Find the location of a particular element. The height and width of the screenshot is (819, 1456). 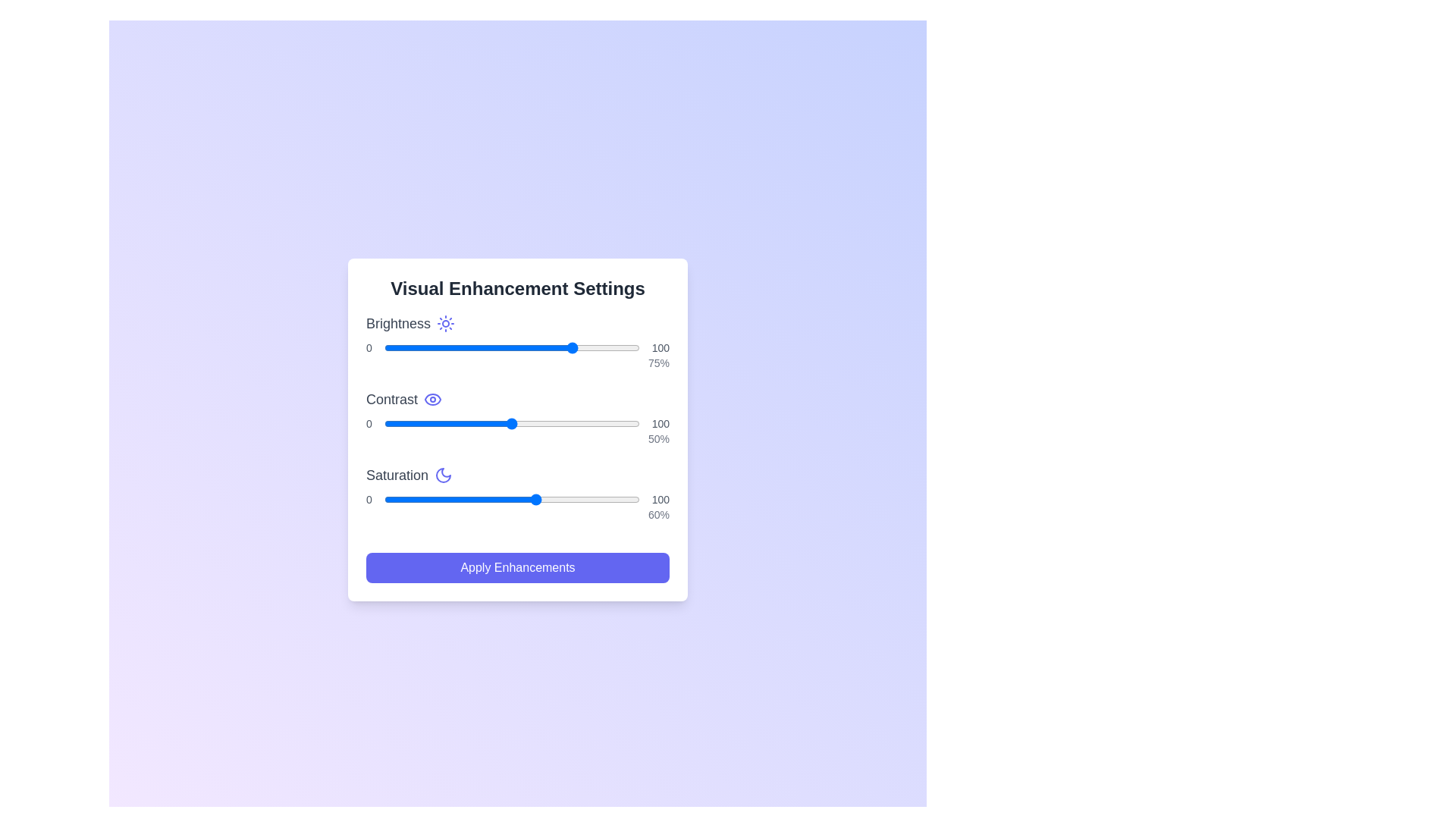

the brightness slider to set the brightness level to 83 is located at coordinates (595, 348).